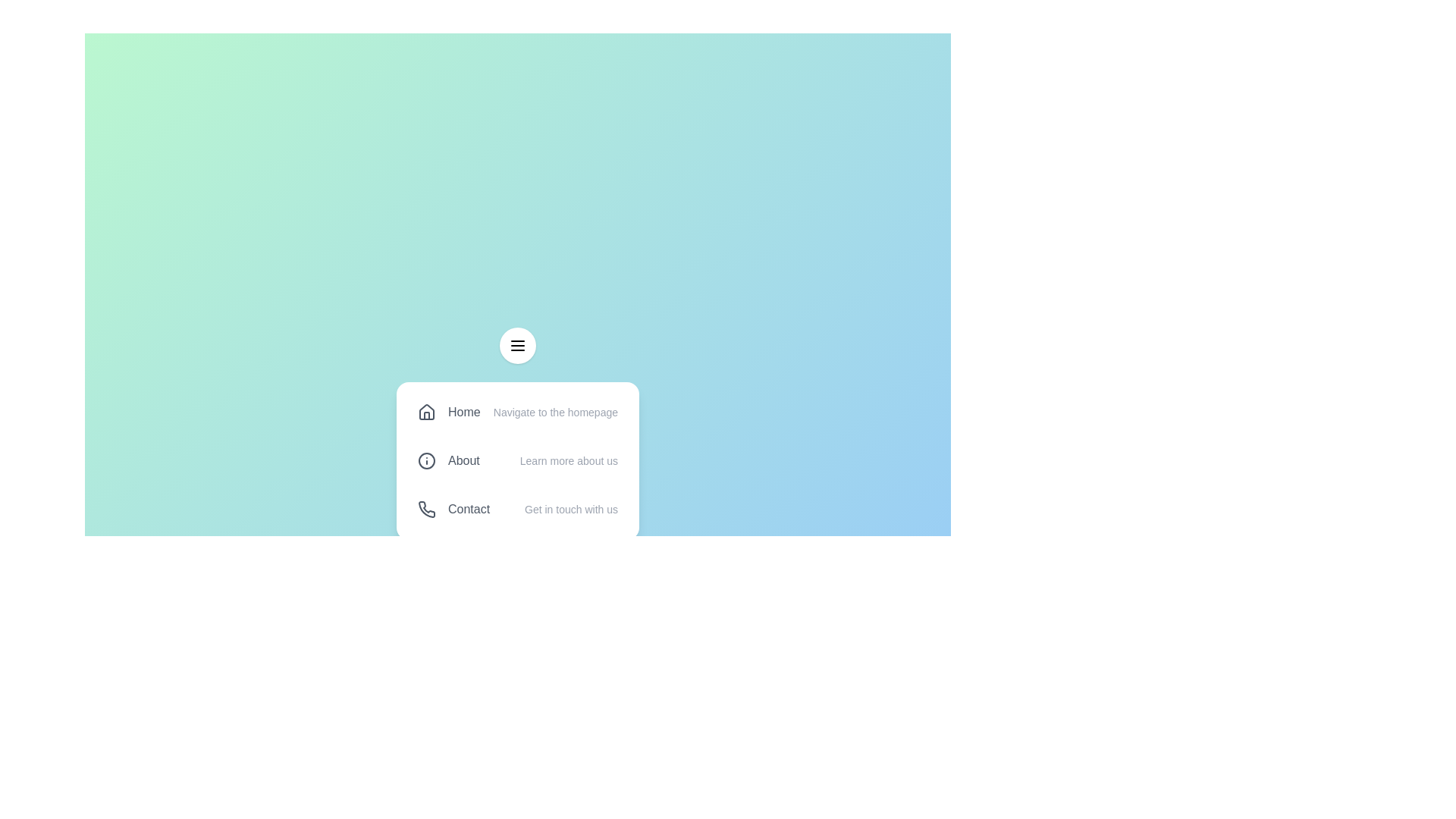 This screenshot has height=819, width=1456. I want to click on the menu item About, so click(517, 460).